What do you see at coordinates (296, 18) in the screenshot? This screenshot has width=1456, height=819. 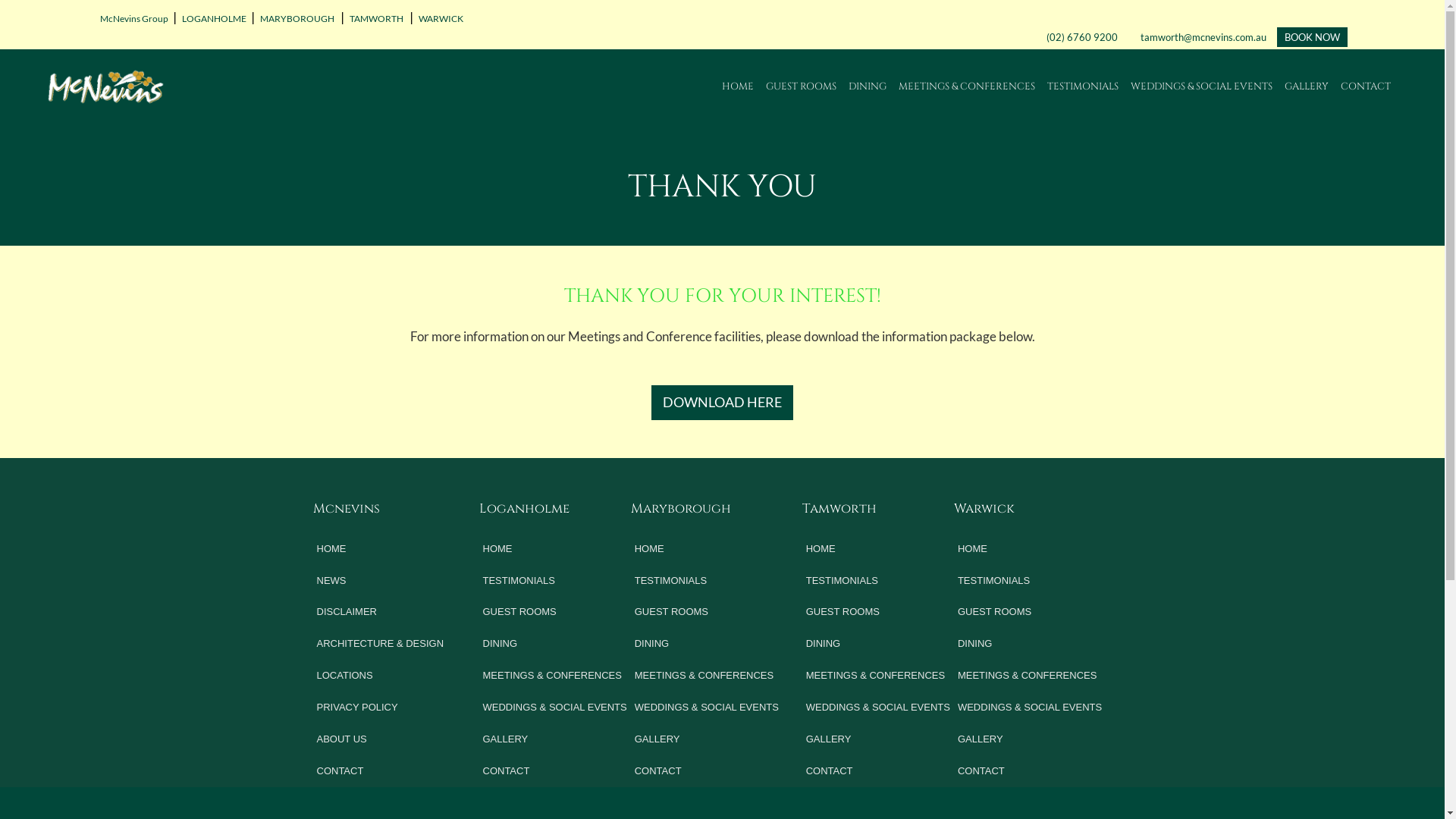 I see `'  MARYBOROUGH'` at bounding box center [296, 18].